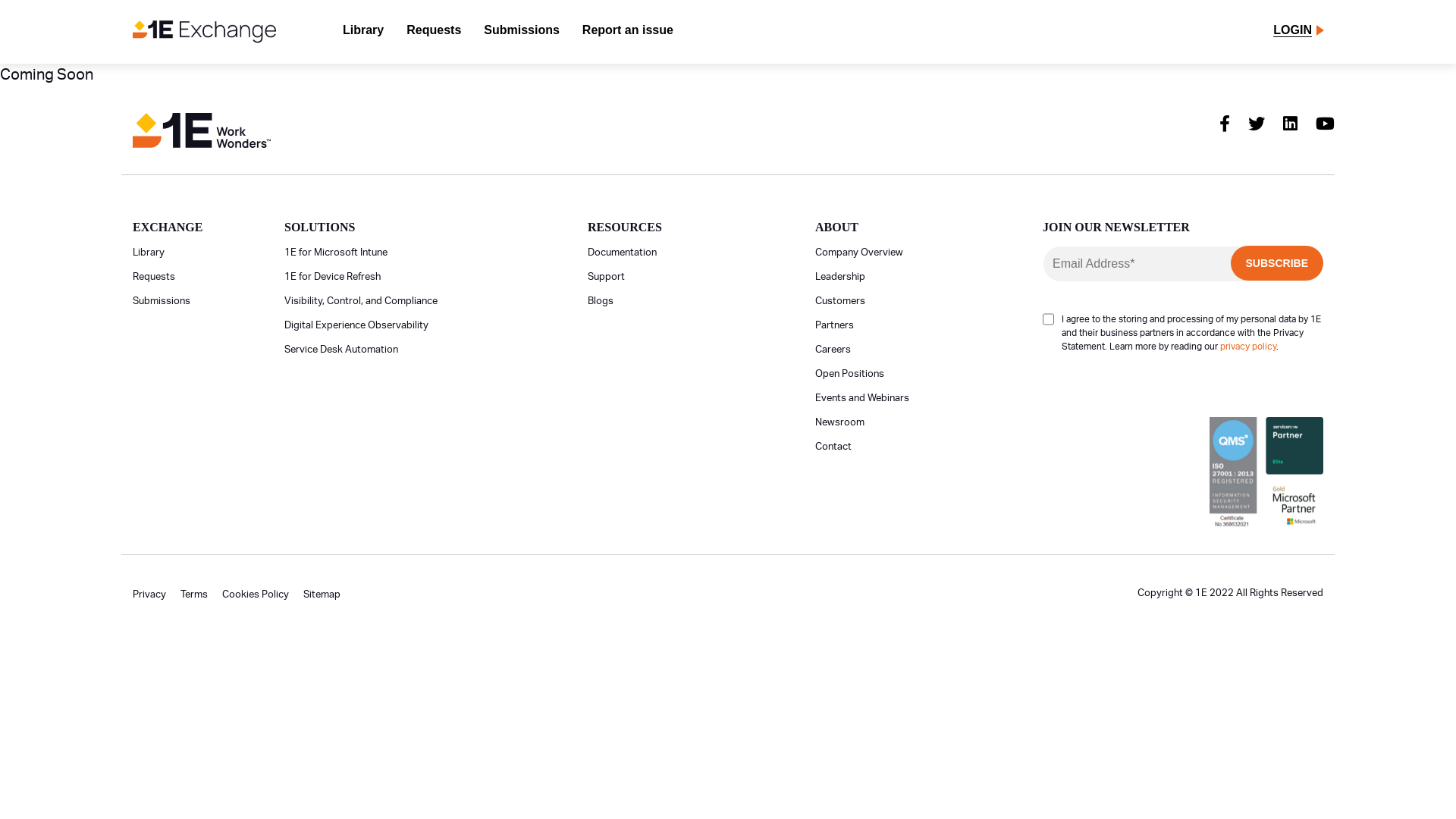  I want to click on 'Contact', so click(833, 446).